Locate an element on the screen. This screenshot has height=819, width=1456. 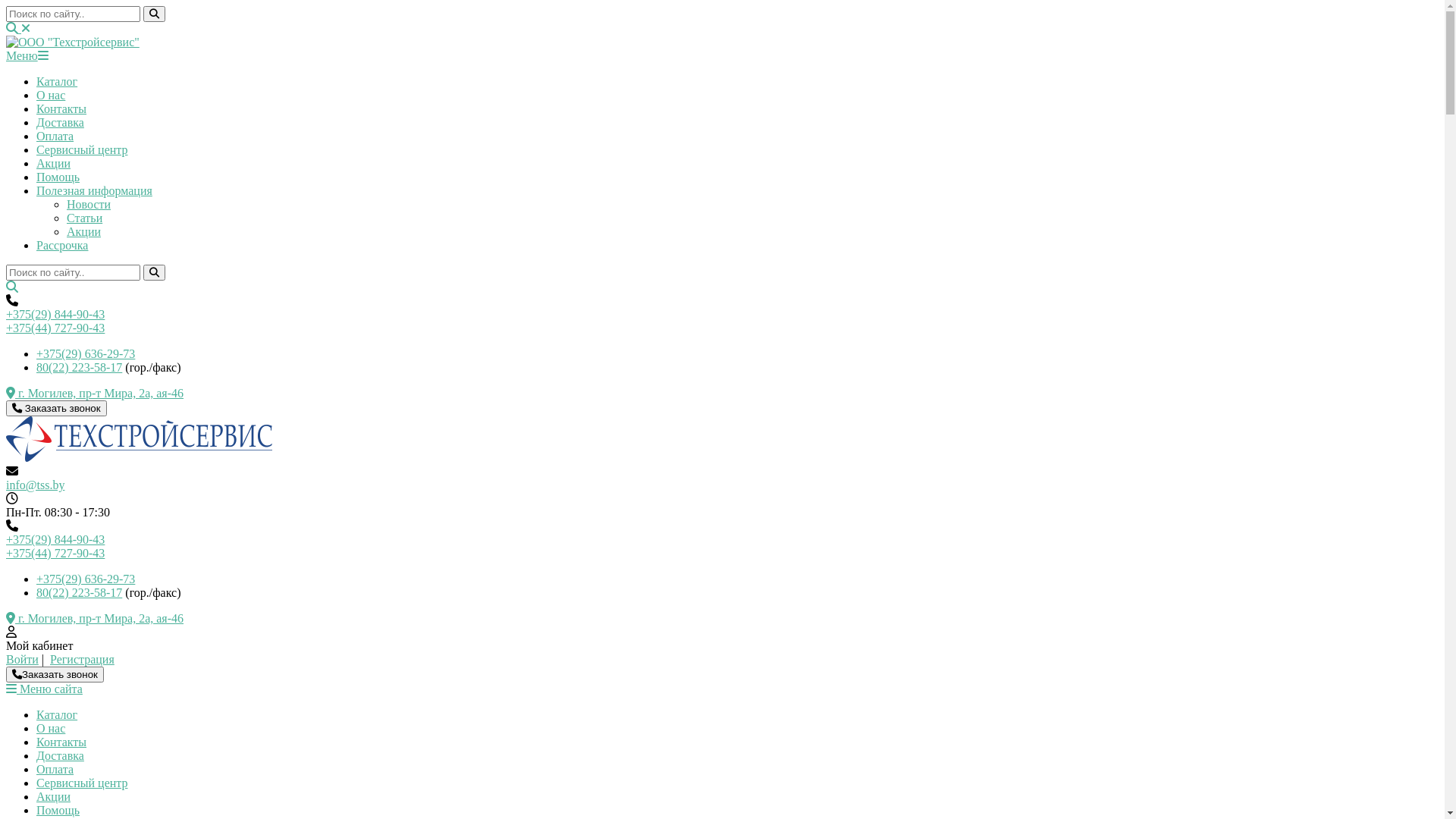
'+375(29) 636-29-73' is located at coordinates (85, 579).